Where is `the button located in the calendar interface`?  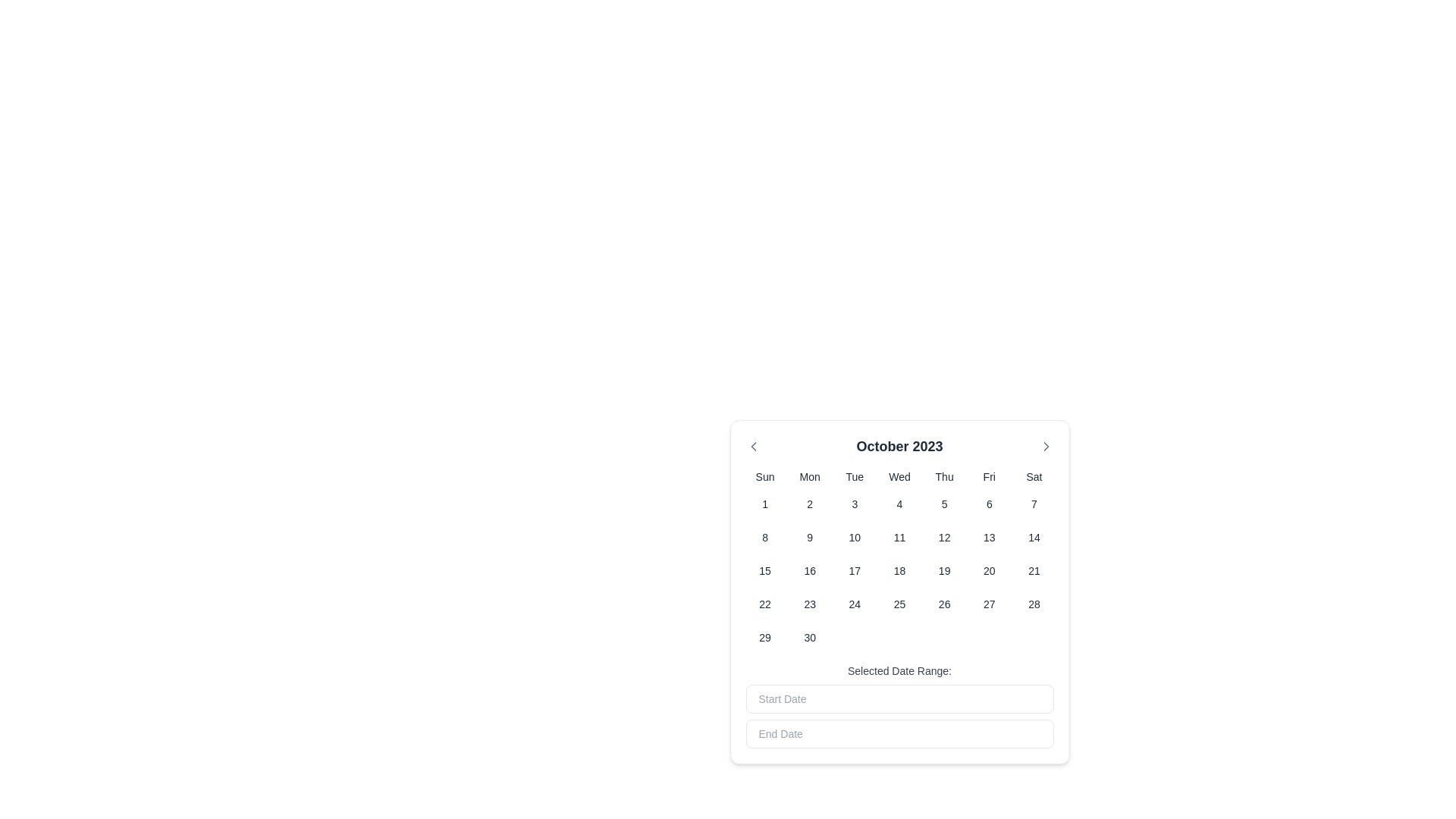
the button located in the calendar interface is located at coordinates (855, 504).